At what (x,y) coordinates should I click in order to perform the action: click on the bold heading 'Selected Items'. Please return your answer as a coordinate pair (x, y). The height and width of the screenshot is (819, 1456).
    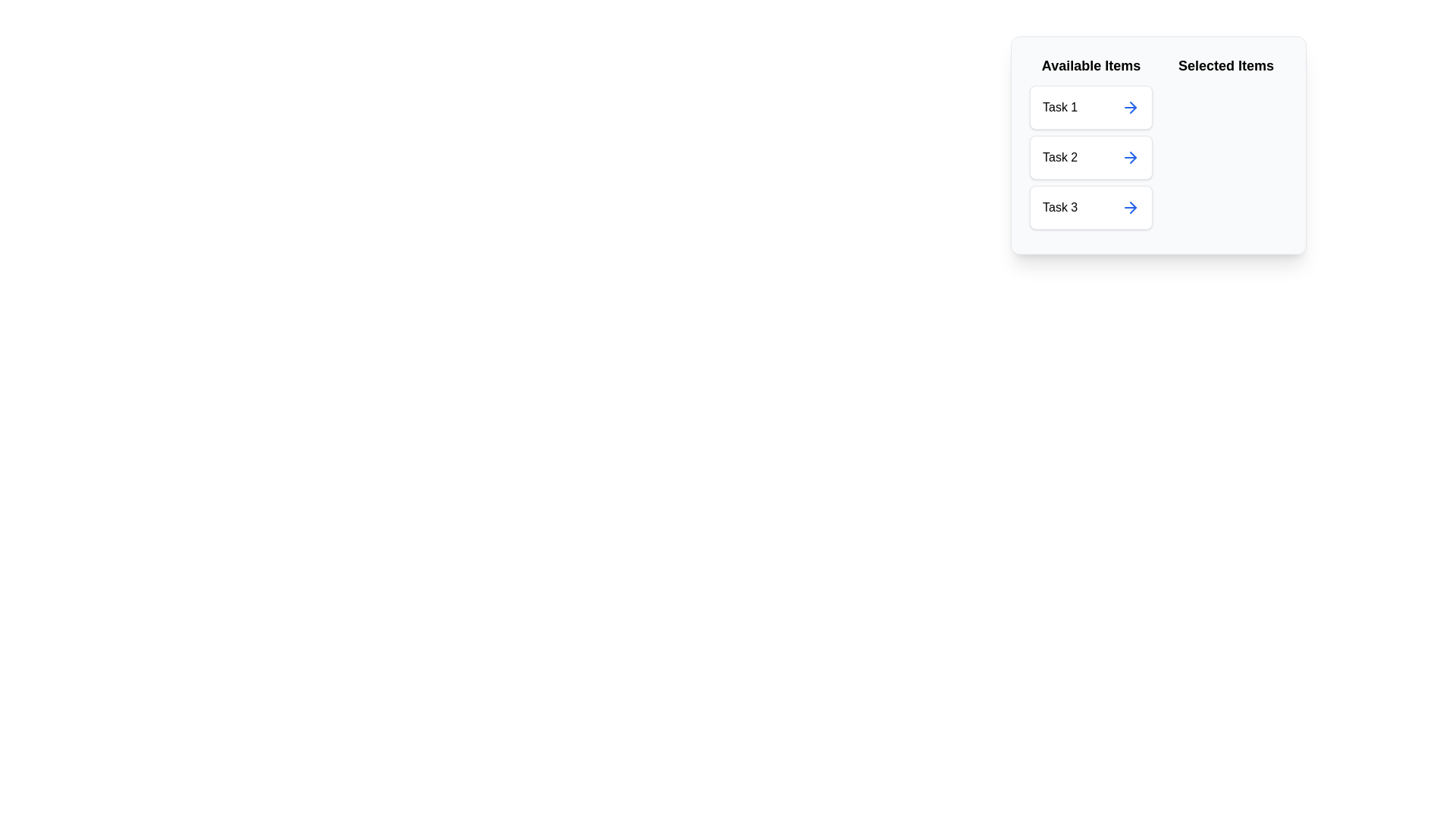
    Looking at the image, I should click on (1226, 65).